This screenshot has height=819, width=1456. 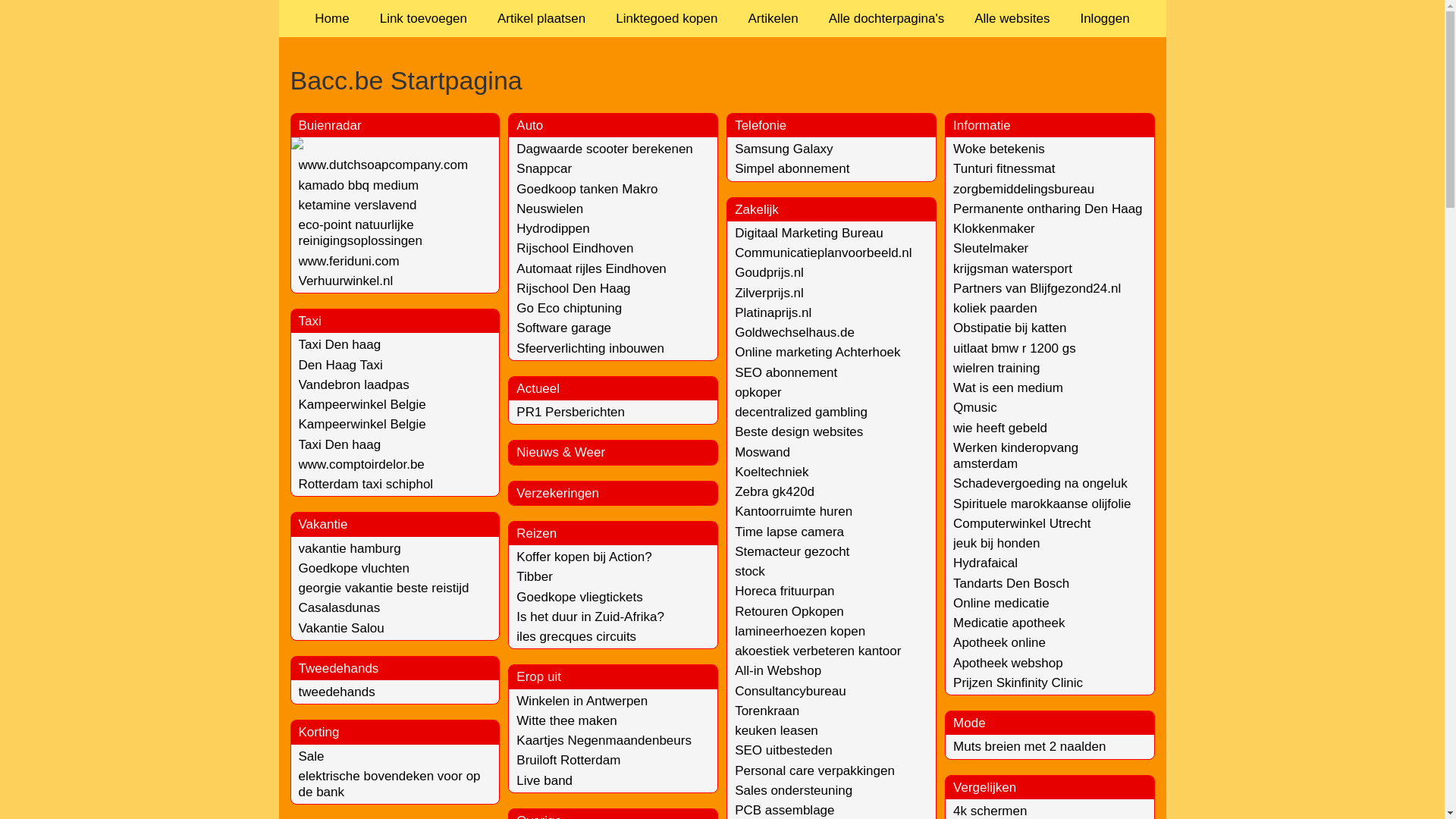 I want to click on 'Automaat rijles Eindhoven', so click(x=516, y=268).